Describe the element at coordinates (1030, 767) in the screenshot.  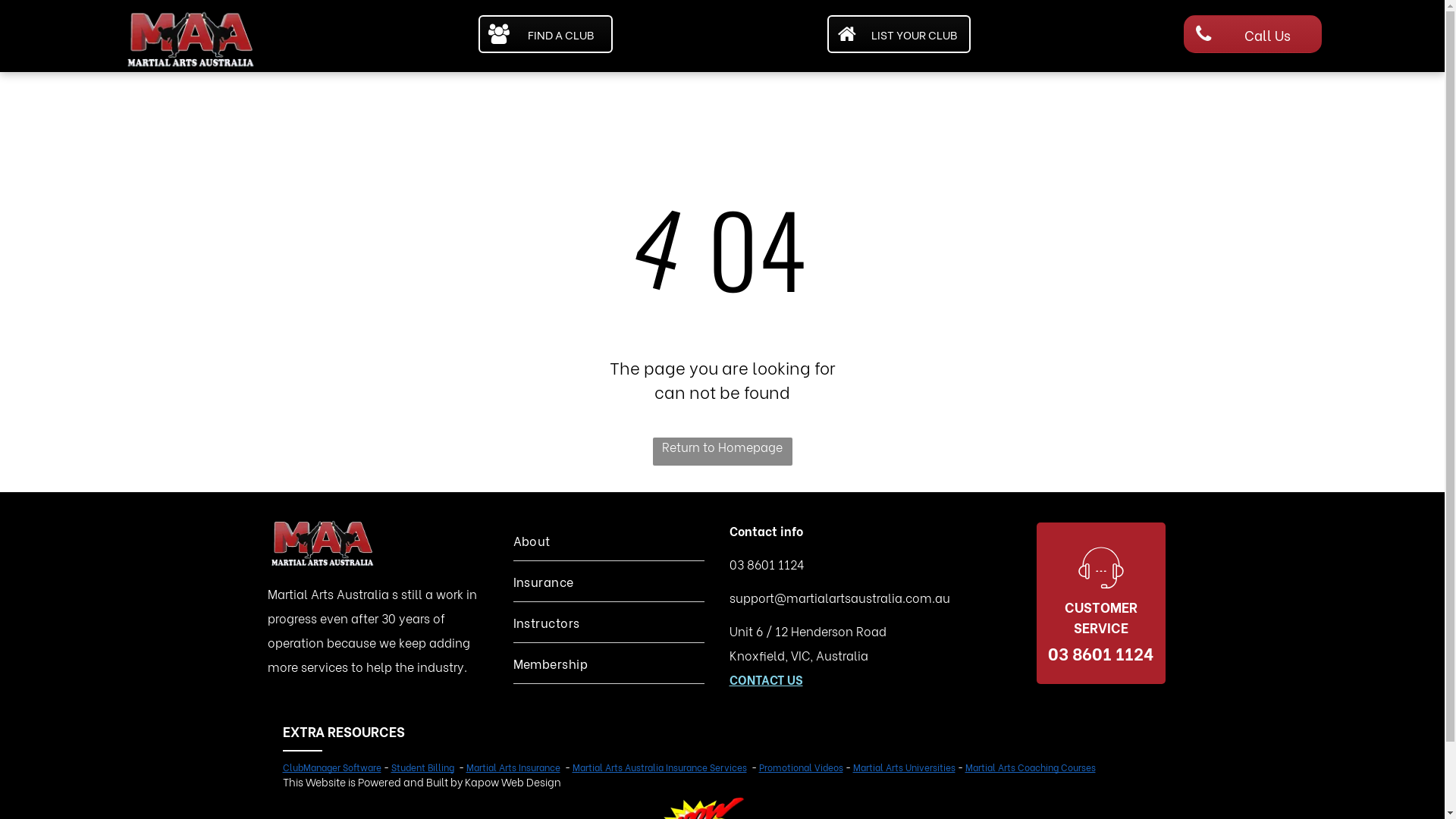
I see `'Martial Arts Coaching Courses'` at that location.